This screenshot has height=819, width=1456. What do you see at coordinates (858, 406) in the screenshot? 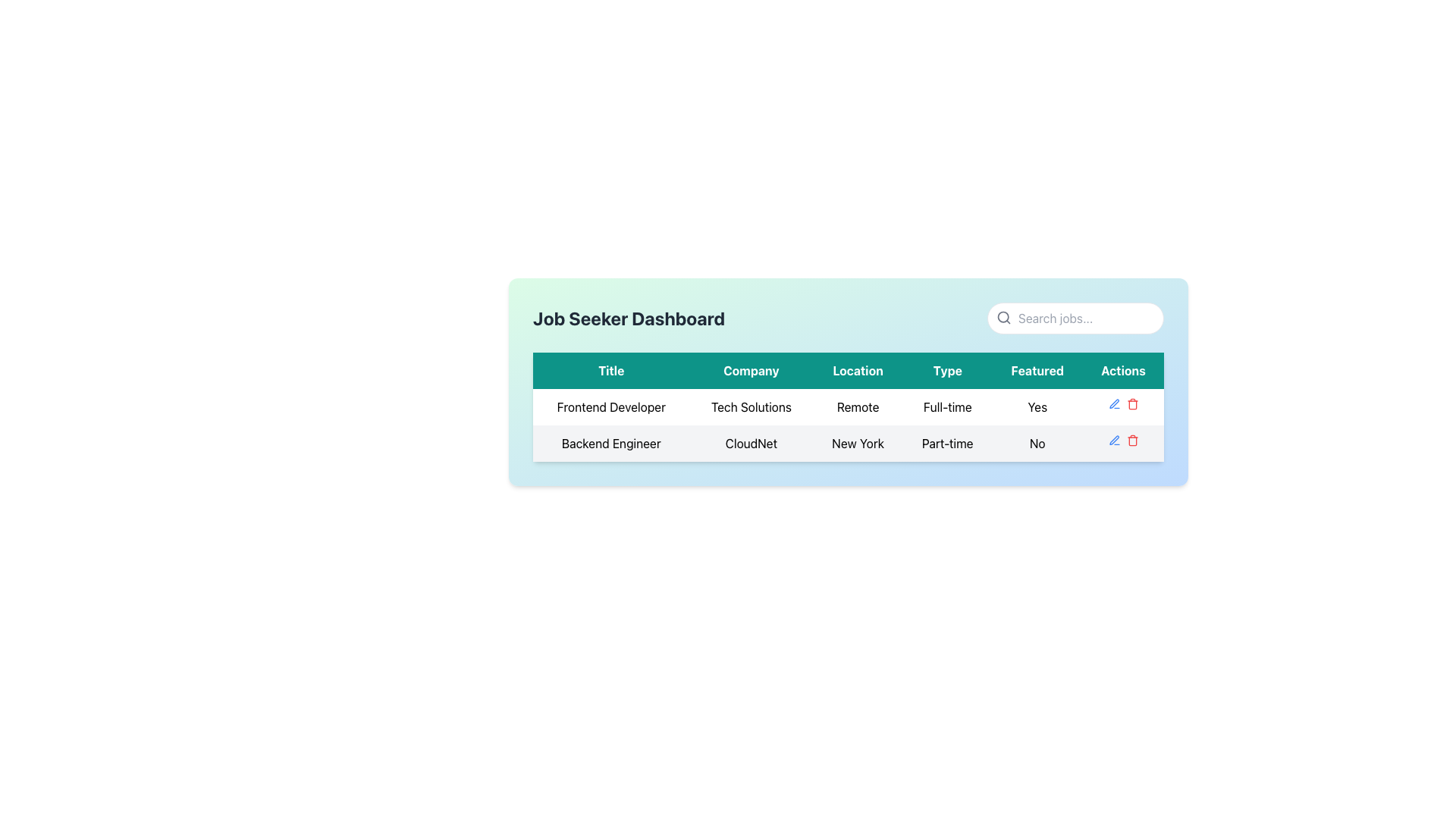
I see `the text label 'Remote' located in the third column of the first row under 'Location' in a job details table` at bounding box center [858, 406].